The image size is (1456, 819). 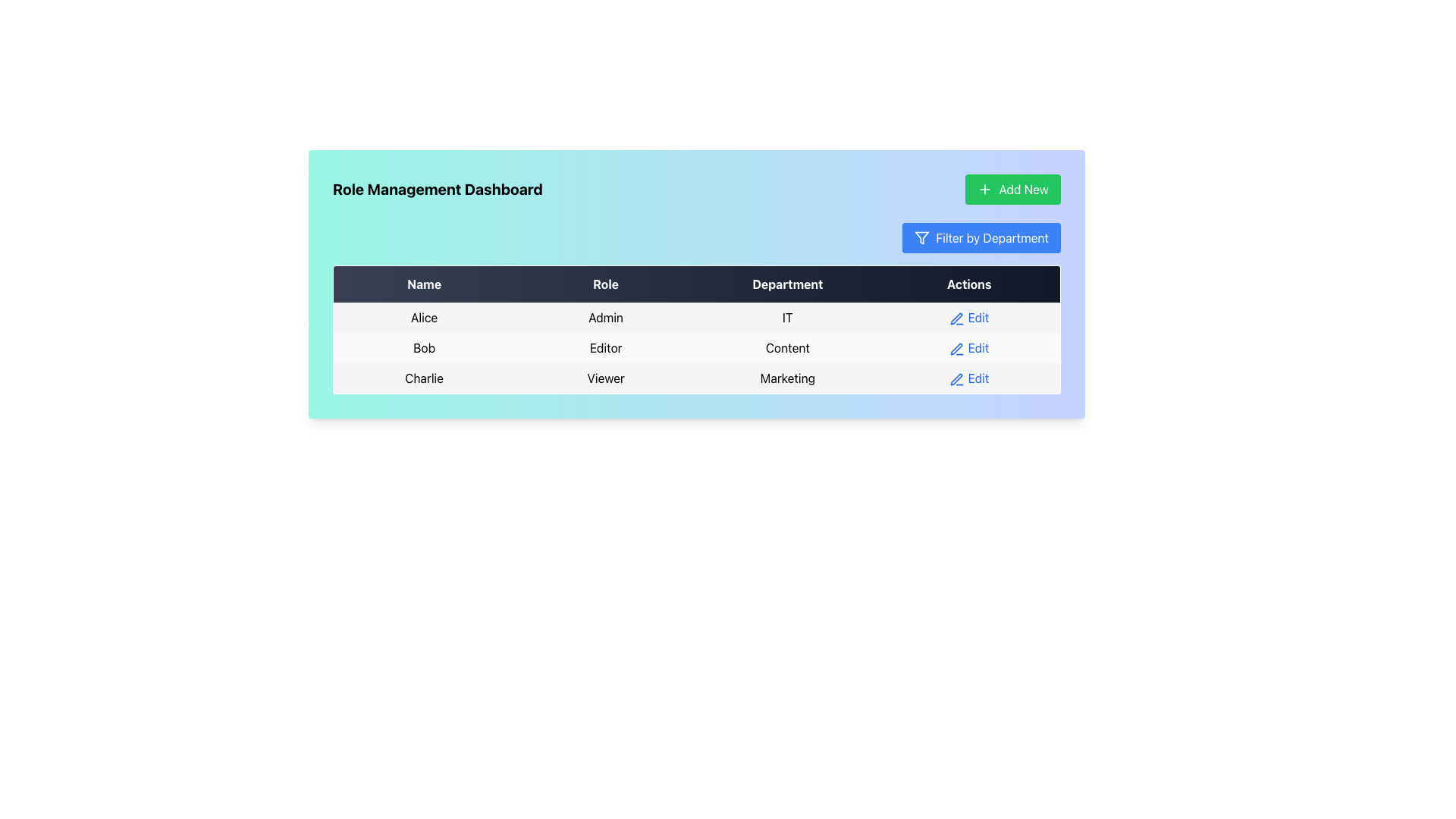 What do you see at coordinates (437, 189) in the screenshot?
I see `the title/header text indicating 'Role Management Dashboard', which serves as a navigational or contextual identifier for the page` at bounding box center [437, 189].